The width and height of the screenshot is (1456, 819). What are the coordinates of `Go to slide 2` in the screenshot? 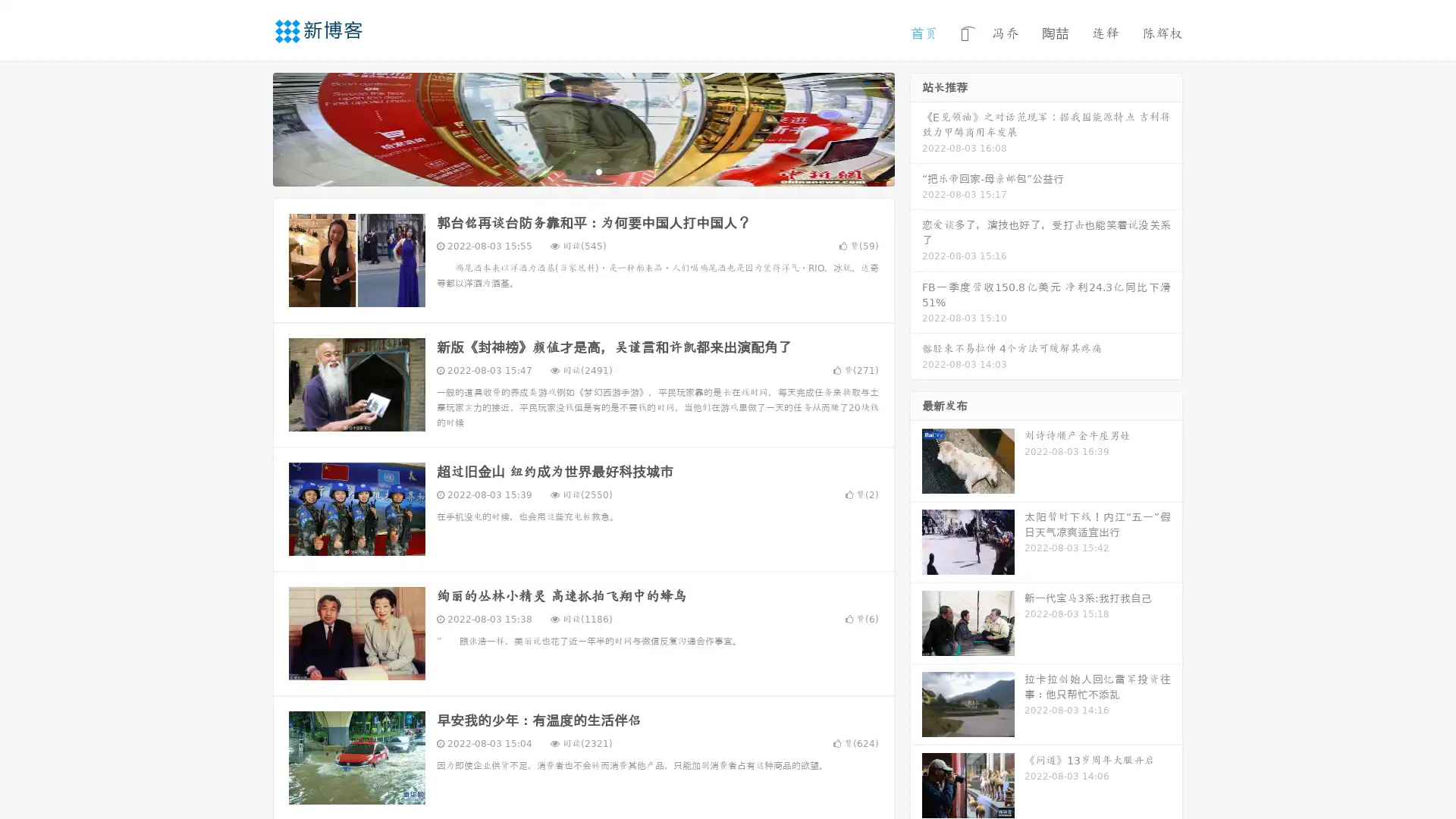 It's located at (582, 171).